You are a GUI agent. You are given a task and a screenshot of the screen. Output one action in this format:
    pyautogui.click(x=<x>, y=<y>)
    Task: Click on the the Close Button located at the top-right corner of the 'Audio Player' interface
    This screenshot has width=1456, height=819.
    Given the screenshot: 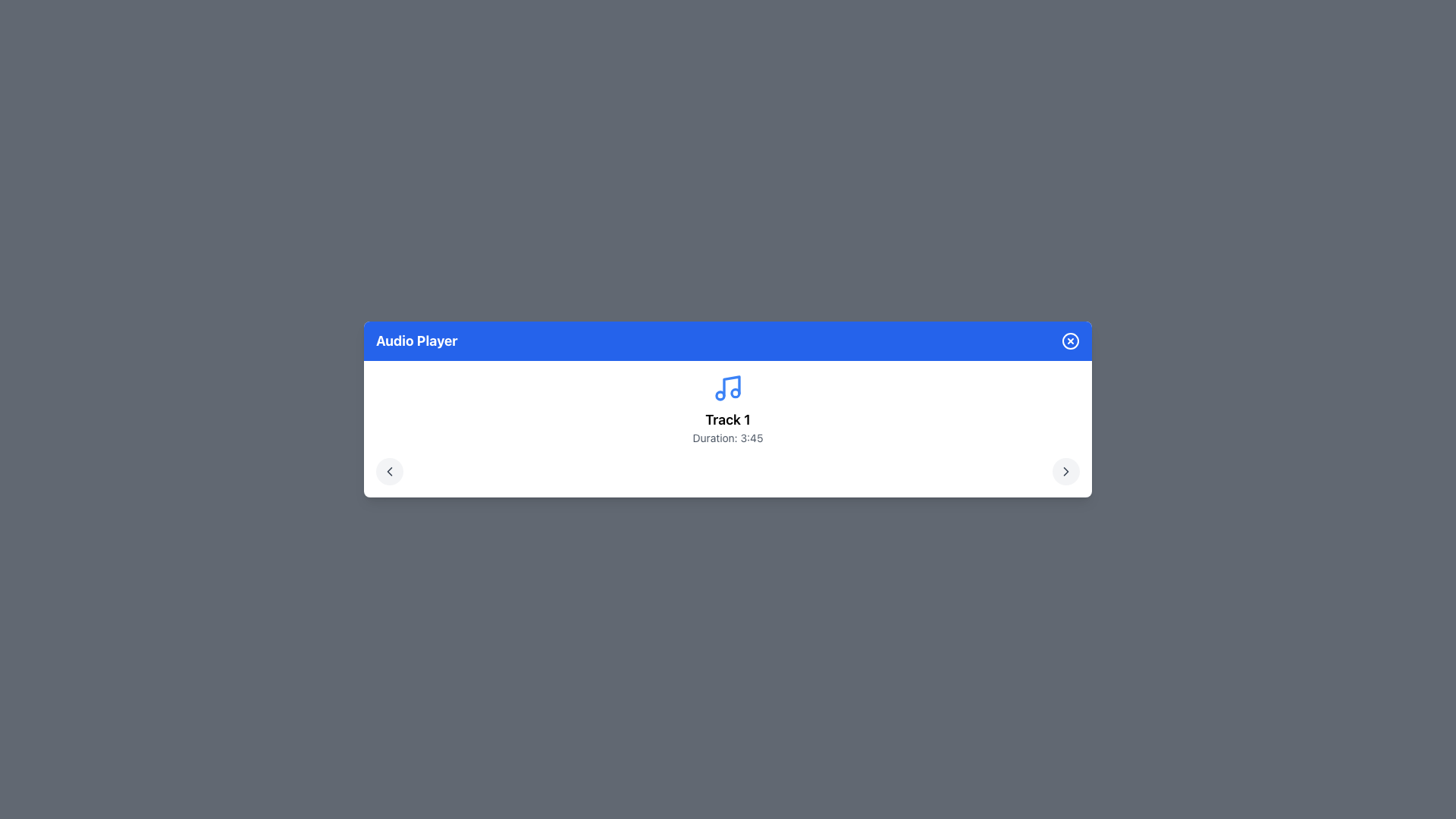 What is the action you would take?
    pyautogui.click(x=1069, y=341)
    